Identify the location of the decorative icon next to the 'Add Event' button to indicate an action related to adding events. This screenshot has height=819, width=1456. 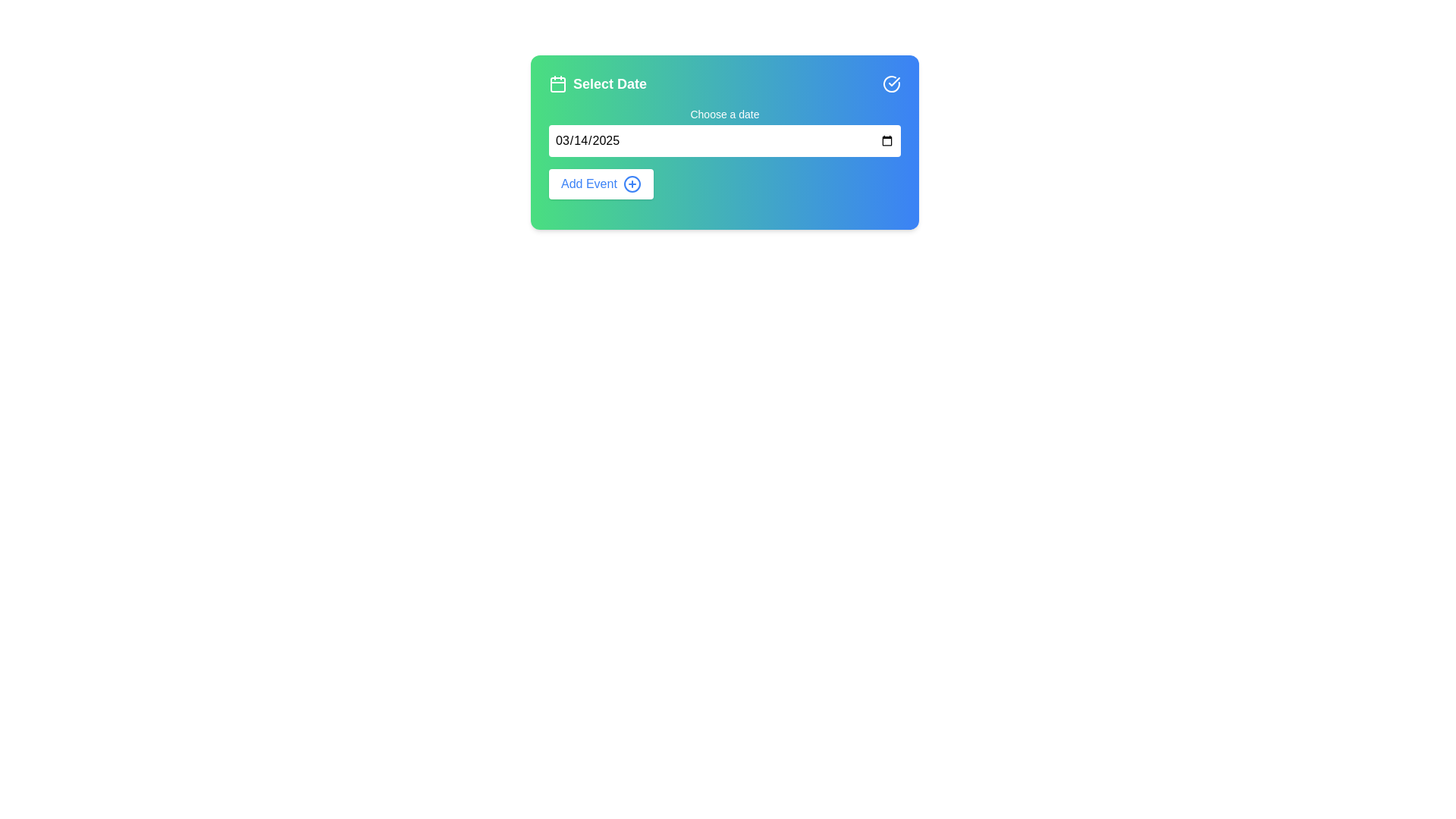
(632, 184).